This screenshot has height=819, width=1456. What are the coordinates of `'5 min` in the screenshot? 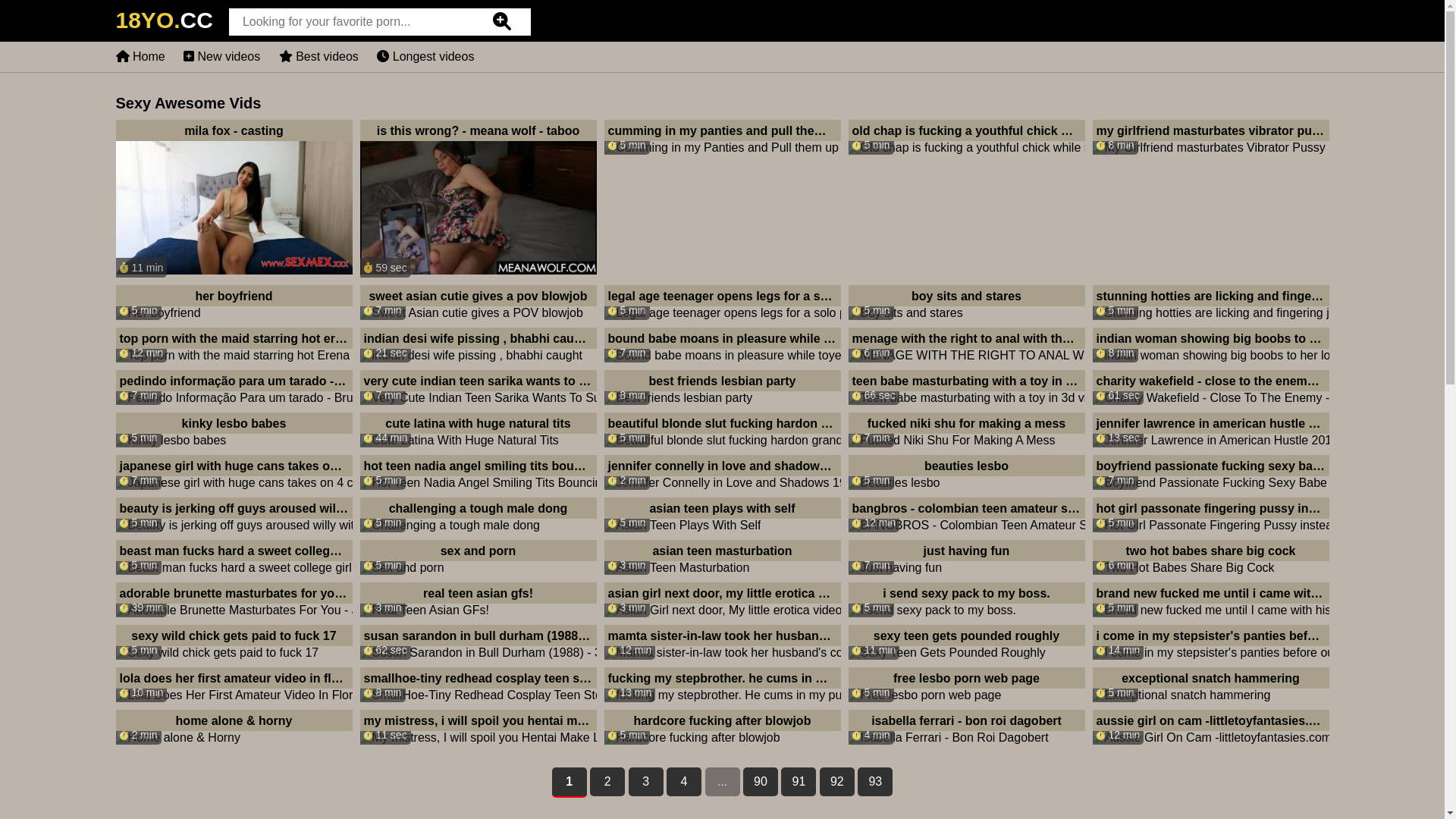 It's located at (720, 302).